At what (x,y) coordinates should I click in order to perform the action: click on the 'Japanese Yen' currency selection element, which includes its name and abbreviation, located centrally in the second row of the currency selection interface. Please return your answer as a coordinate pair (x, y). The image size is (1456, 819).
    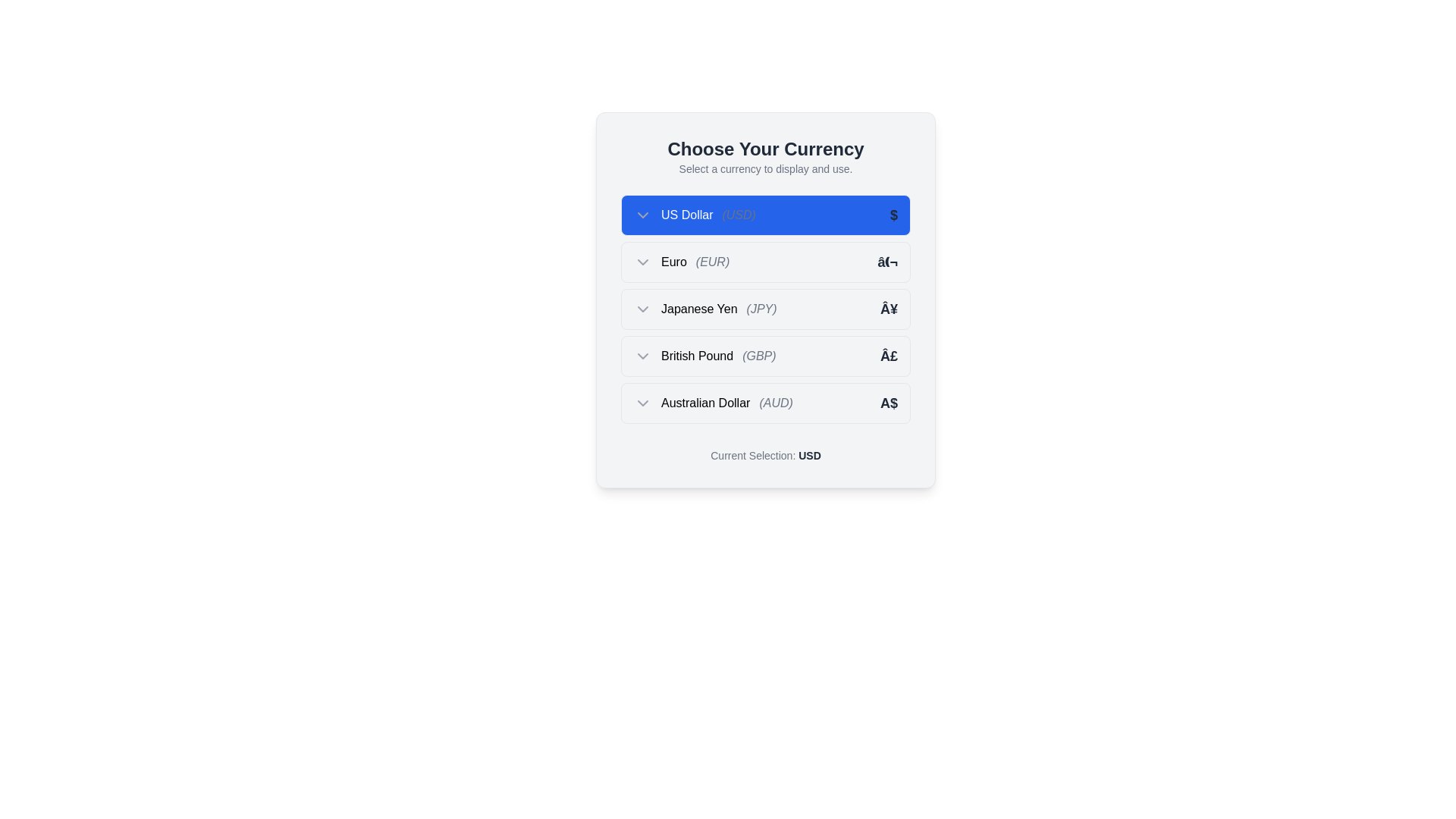
    Looking at the image, I should click on (704, 309).